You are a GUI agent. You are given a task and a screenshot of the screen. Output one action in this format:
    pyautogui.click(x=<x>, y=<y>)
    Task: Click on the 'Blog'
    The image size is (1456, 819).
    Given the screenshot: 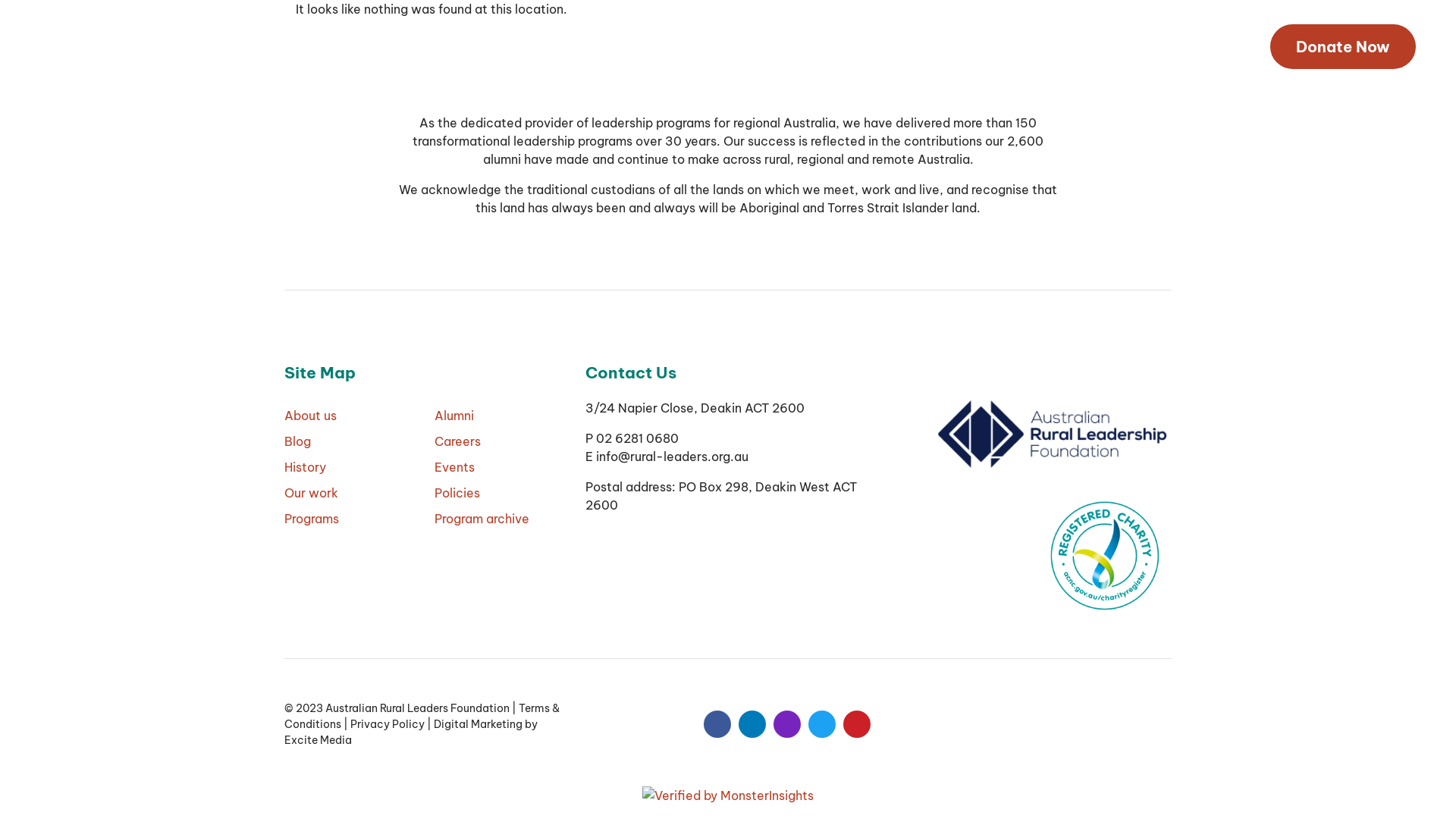 What is the action you would take?
    pyautogui.click(x=351, y=441)
    